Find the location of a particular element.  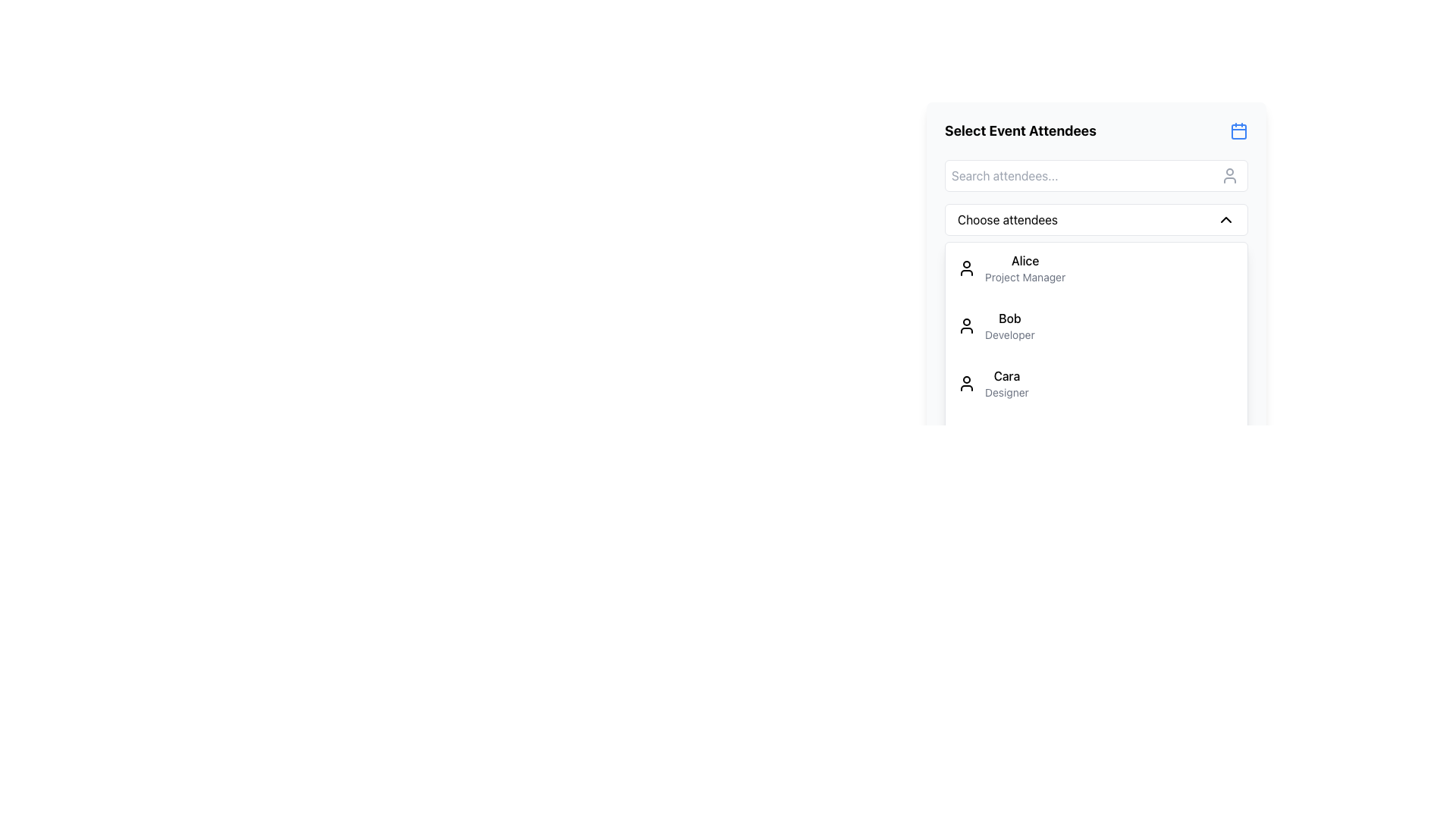

the text label displaying the name and role of the third individual in the 'Select Event Attendees' list is located at coordinates (1006, 382).